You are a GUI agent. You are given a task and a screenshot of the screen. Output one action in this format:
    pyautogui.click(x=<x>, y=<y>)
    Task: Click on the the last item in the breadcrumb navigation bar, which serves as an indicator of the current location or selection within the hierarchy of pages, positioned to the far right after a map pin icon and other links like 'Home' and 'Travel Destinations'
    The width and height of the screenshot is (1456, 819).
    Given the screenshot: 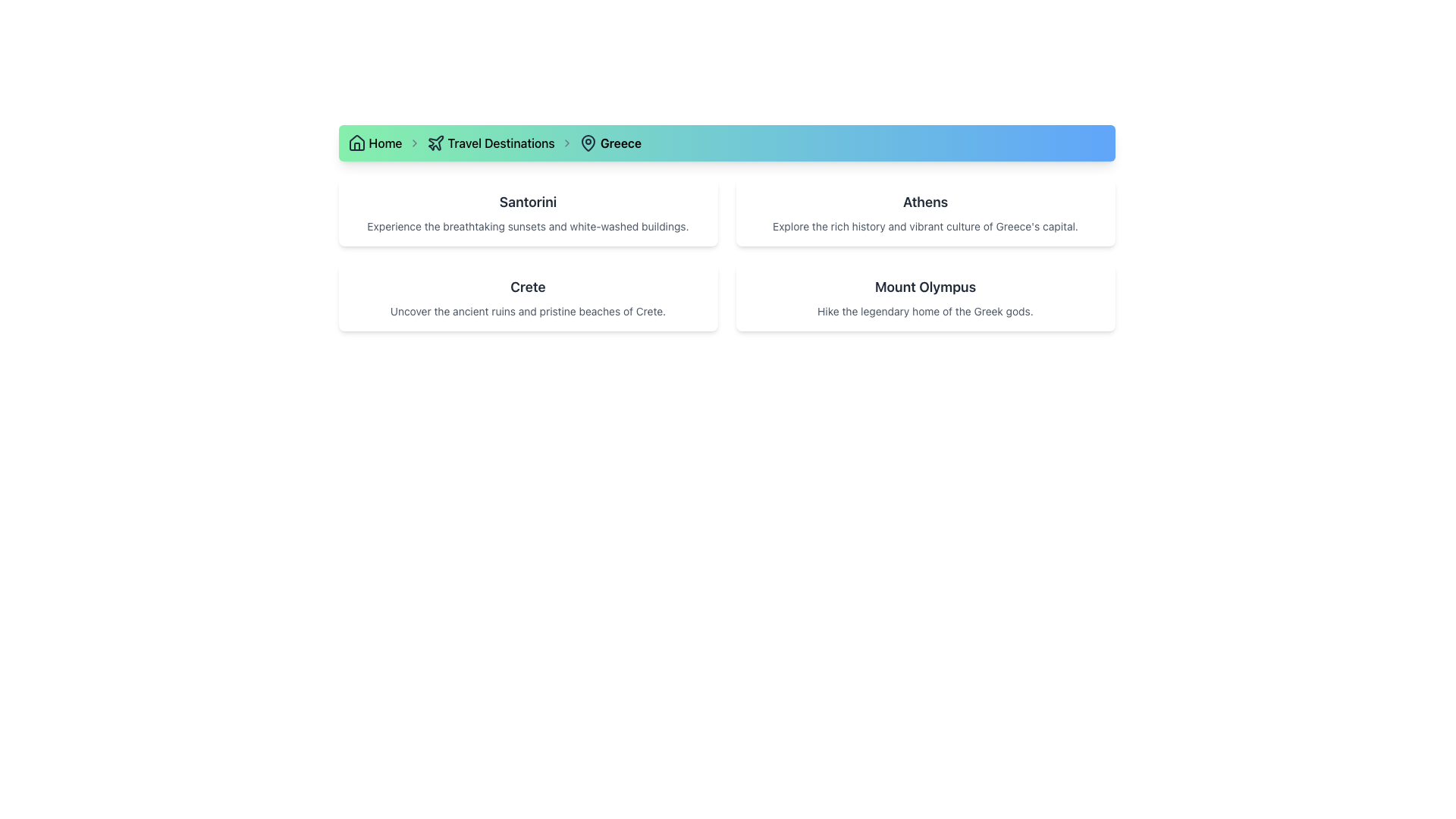 What is the action you would take?
    pyautogui.click(x=620, y=143)
    